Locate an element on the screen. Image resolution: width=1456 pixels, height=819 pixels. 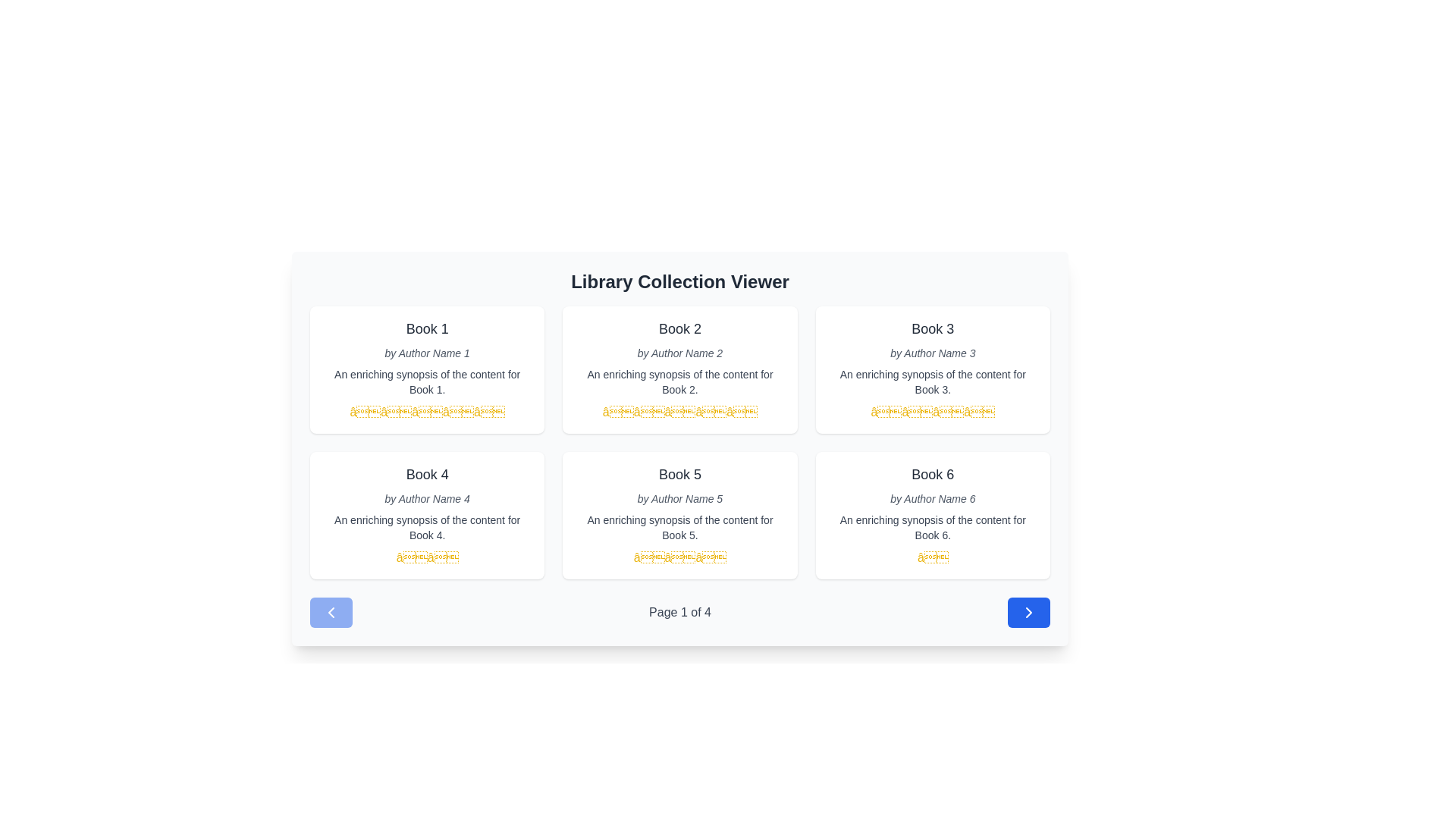
the first star icon in the two-star rating section below 'Book 4' in the library setup is located at coordinates (412, 557).